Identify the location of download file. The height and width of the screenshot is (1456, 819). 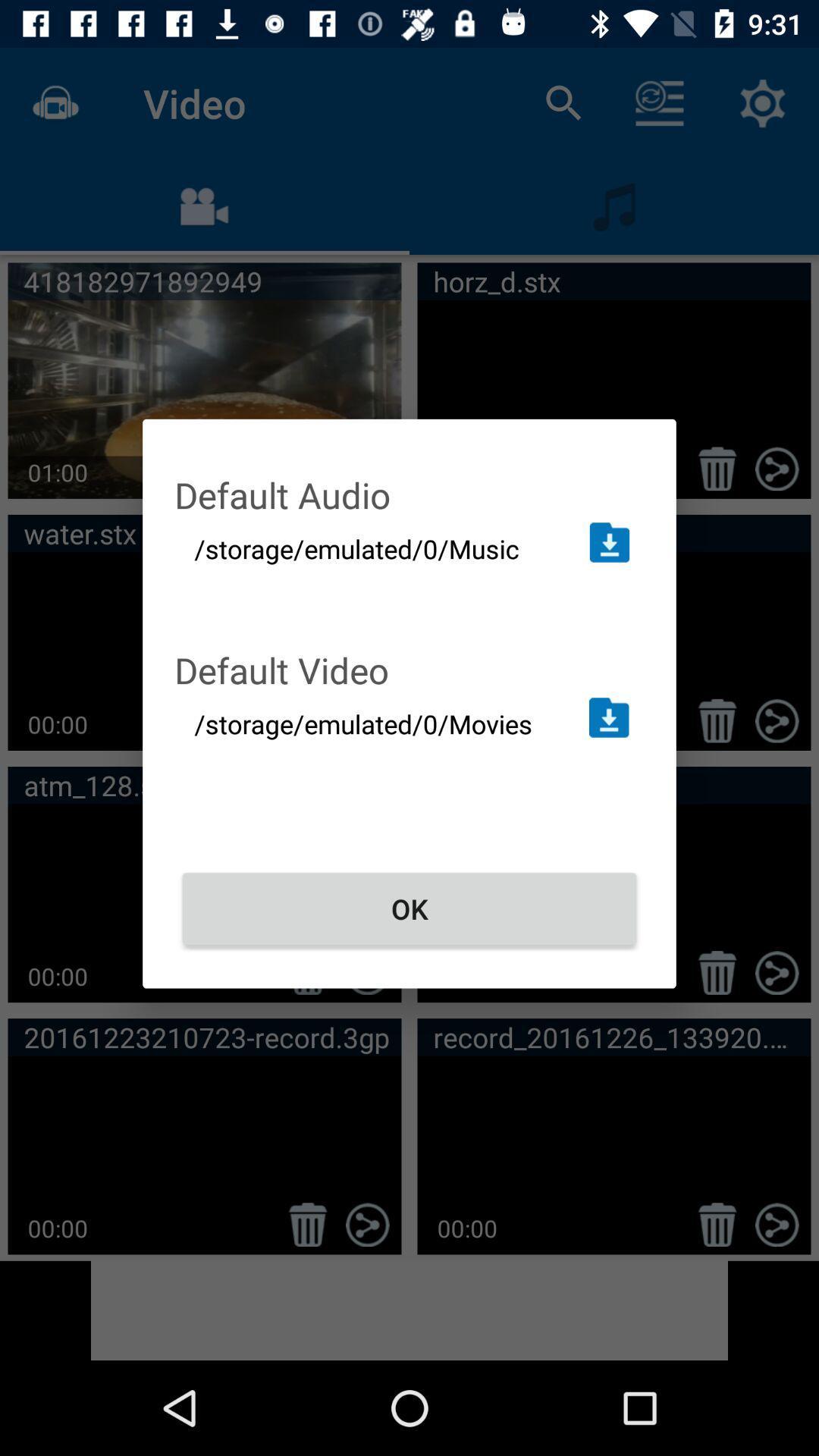
(608, 717).